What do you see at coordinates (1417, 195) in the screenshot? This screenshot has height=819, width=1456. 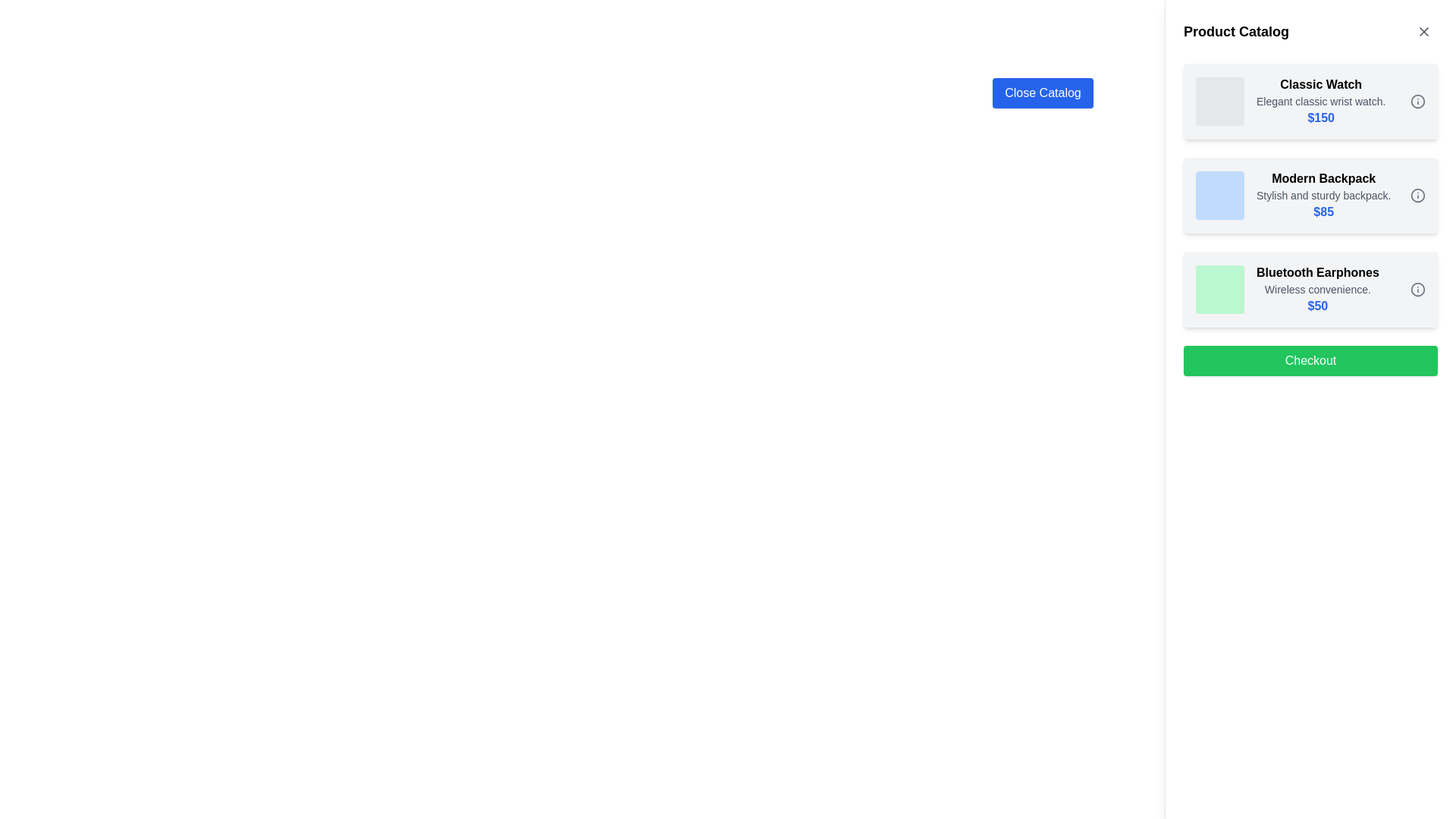 I see `the small, circular gray information icon located next to the descriptive text and price of the 'Modern Backpack'` at bounding box center [1417, 195].